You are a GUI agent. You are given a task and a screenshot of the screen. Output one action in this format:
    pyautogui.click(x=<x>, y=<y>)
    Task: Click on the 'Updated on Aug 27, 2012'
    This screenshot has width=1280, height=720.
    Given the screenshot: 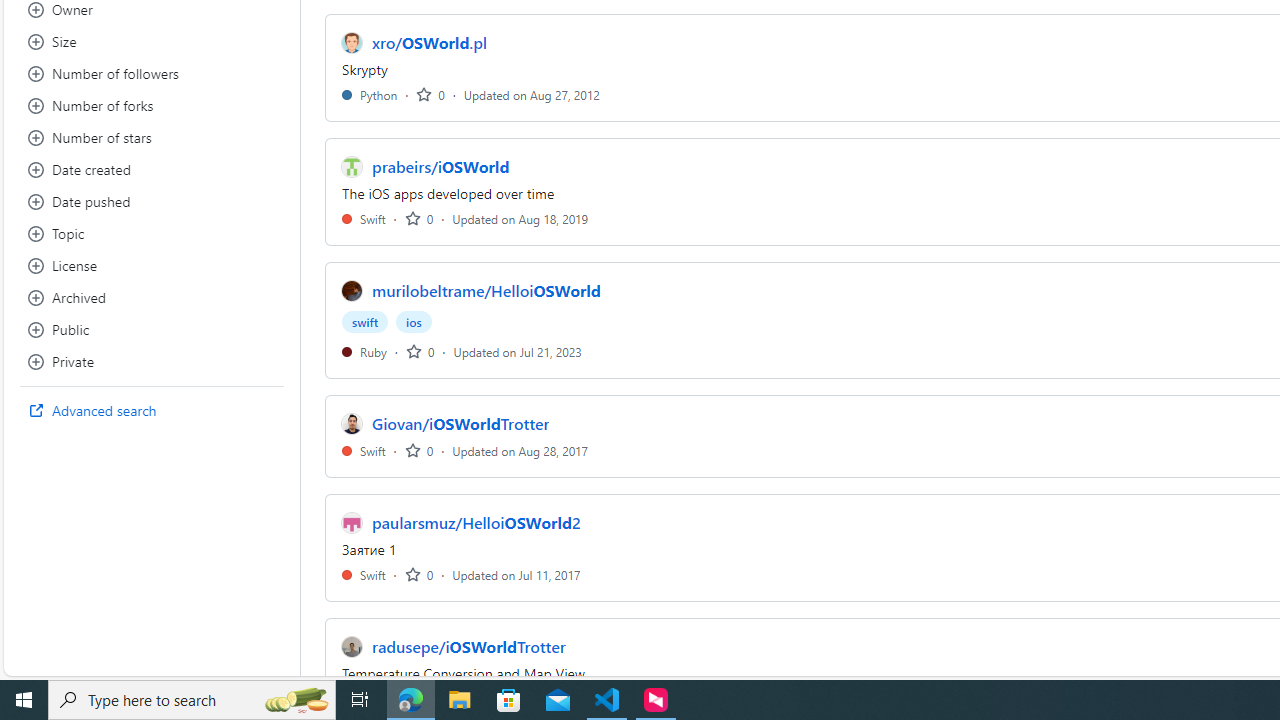 What is the action you would take?
    pyautogui.click(x=531, y=94)
    